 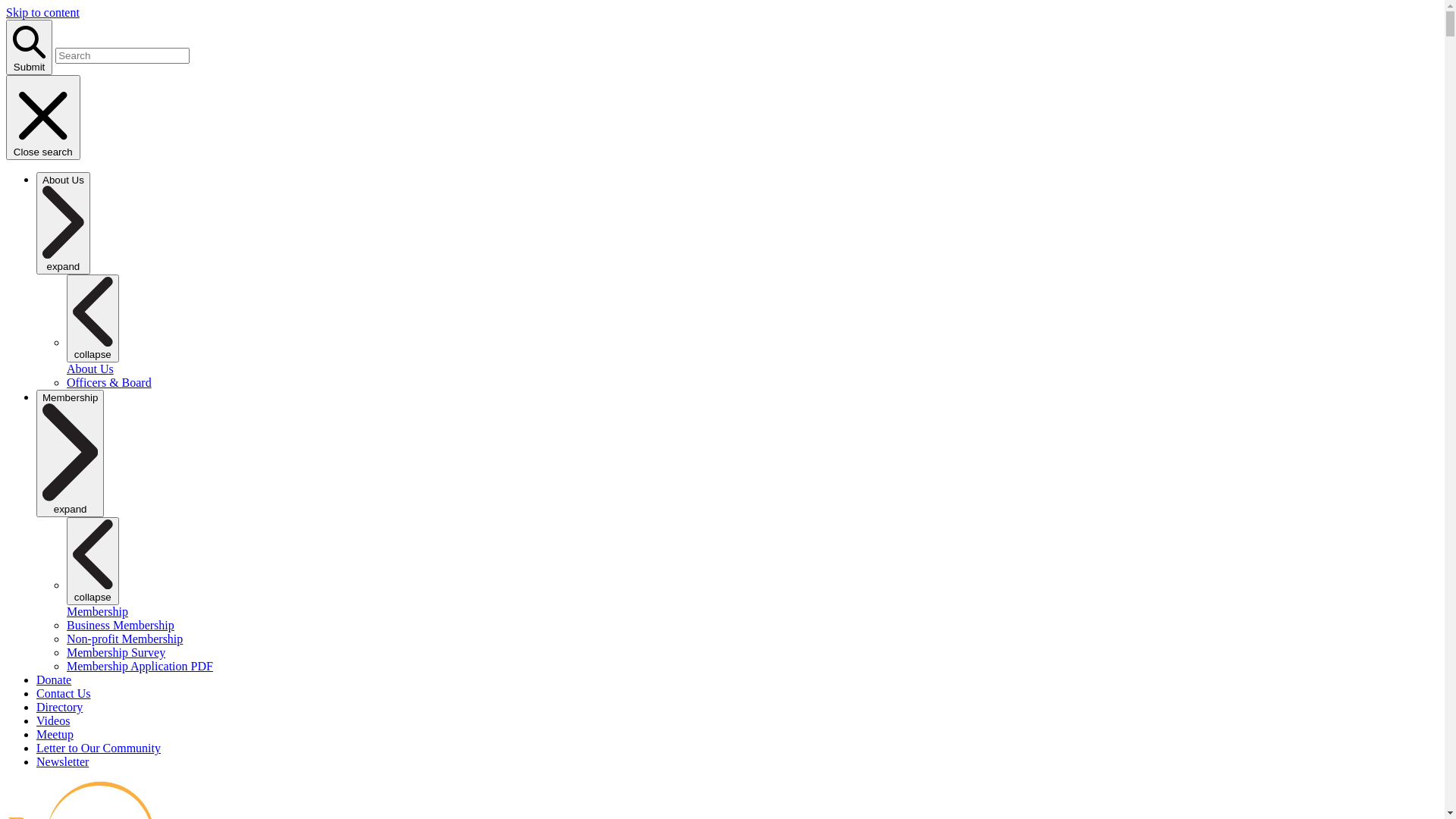 I want to click on 'Submit', so click(x=6, y=46).